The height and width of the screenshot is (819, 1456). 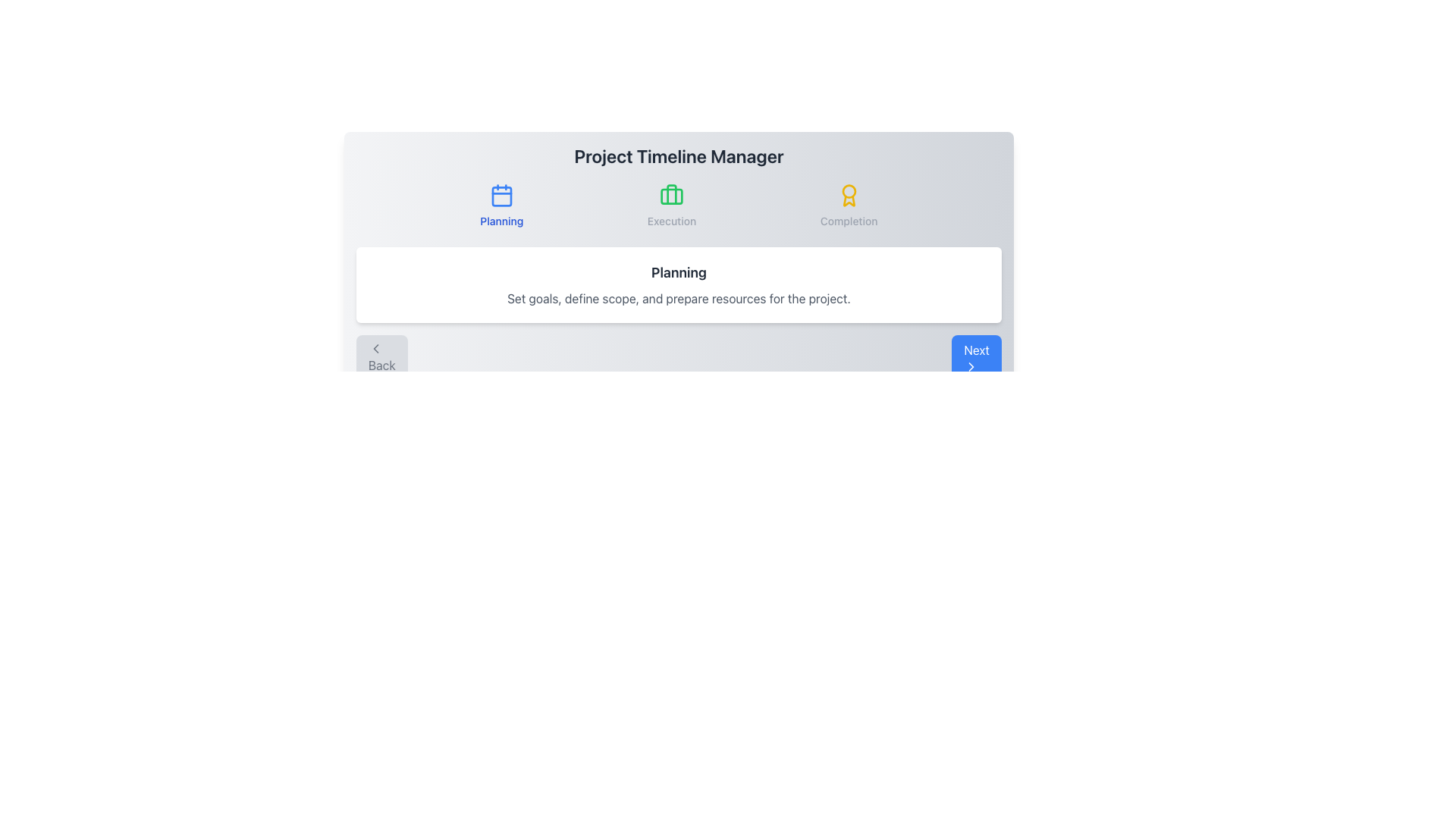 What do you see at coordinates (678, 206) in the screenshot?
I see `the group of labeled icons in the Project Timeline Manager` at bounding box center [678, 206].